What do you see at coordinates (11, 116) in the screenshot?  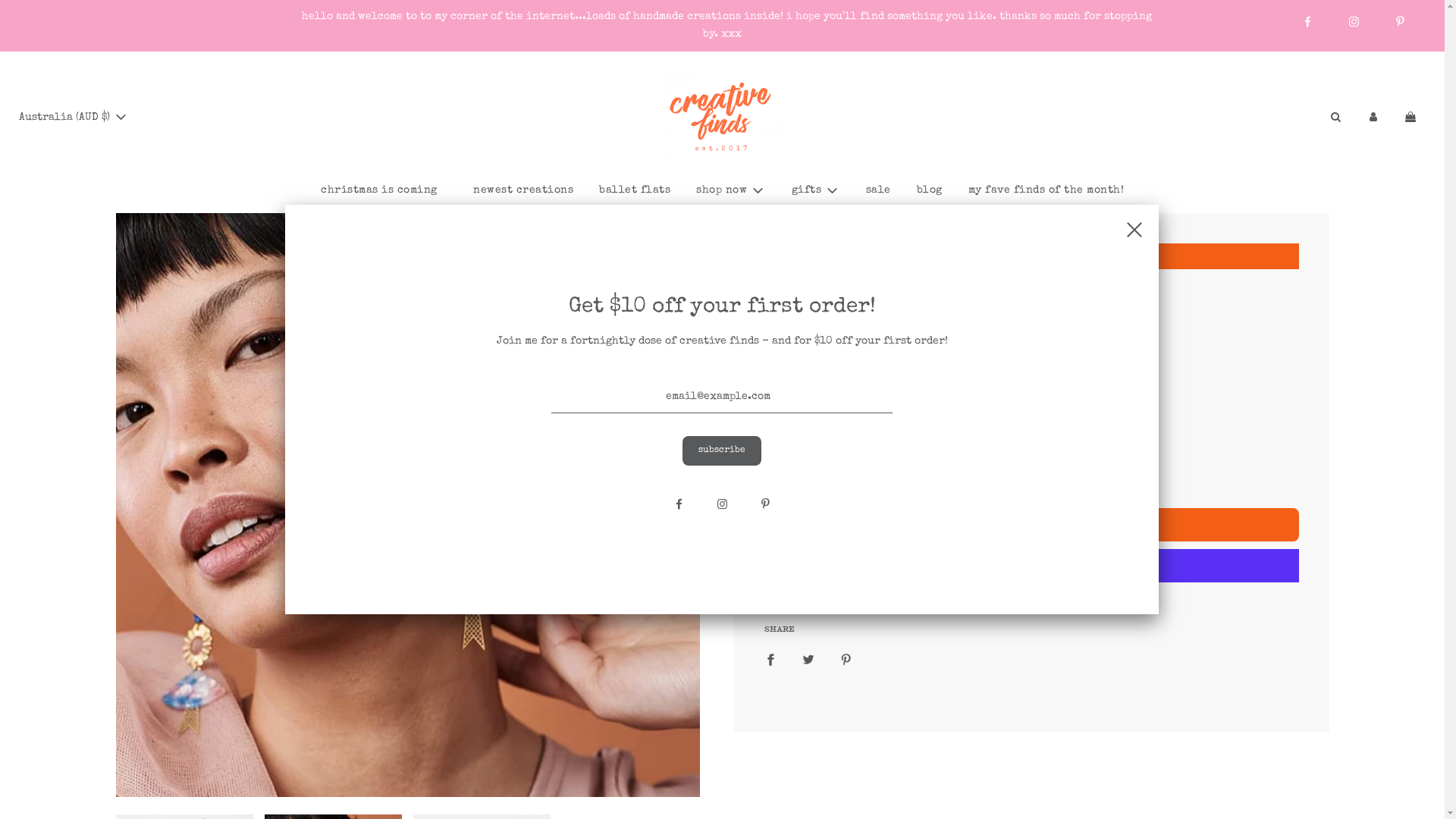 I see `'Australia (AUD $)'` at bounding box center [11, 116].